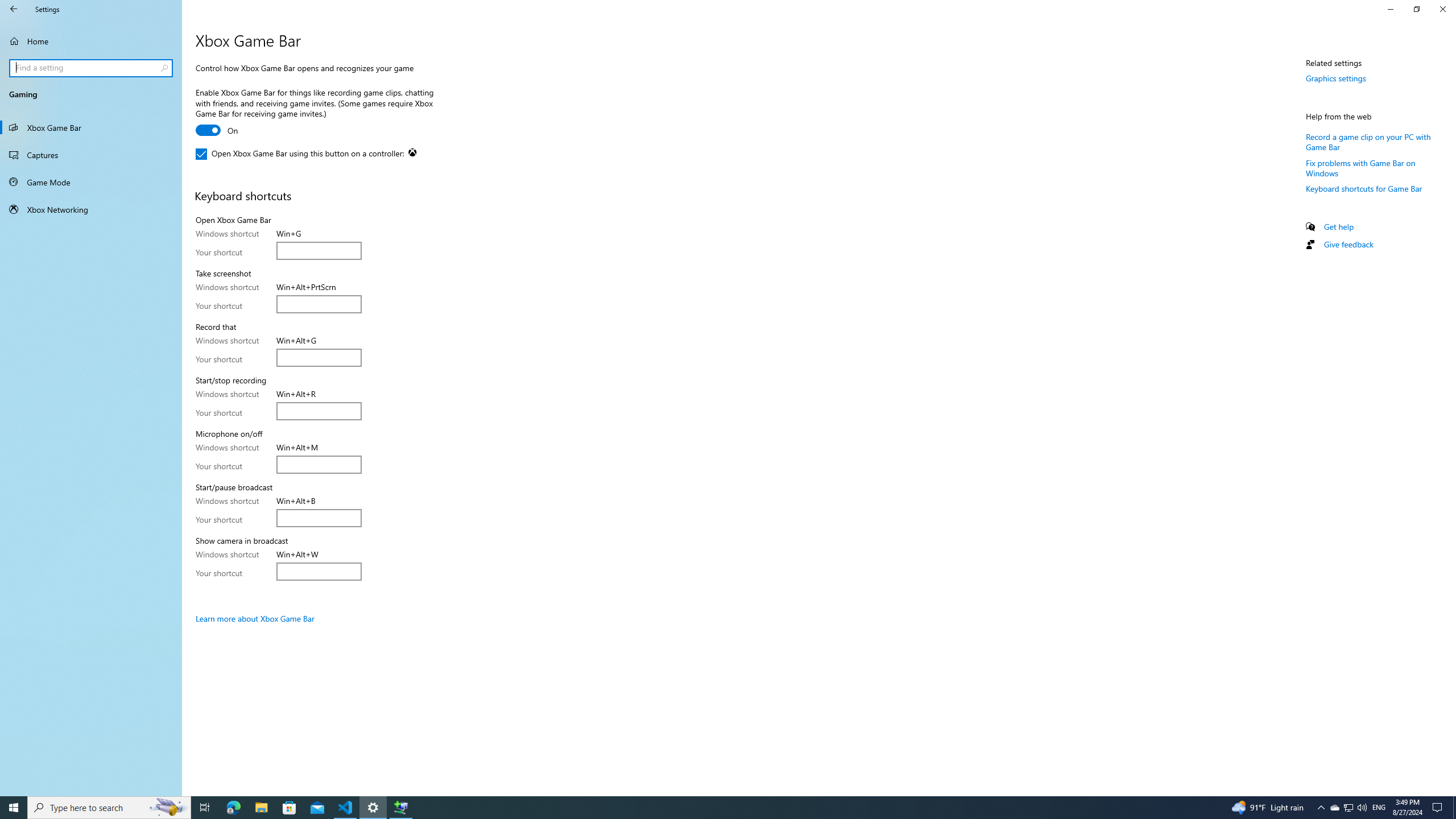 Image resolution: width=1456 pixels, height=819 pixels. What do you see at coordinates (255, 618) in the screenshot?
I see `'Learn more about Xbox Game Bar'` at bounding box center [255, 618].